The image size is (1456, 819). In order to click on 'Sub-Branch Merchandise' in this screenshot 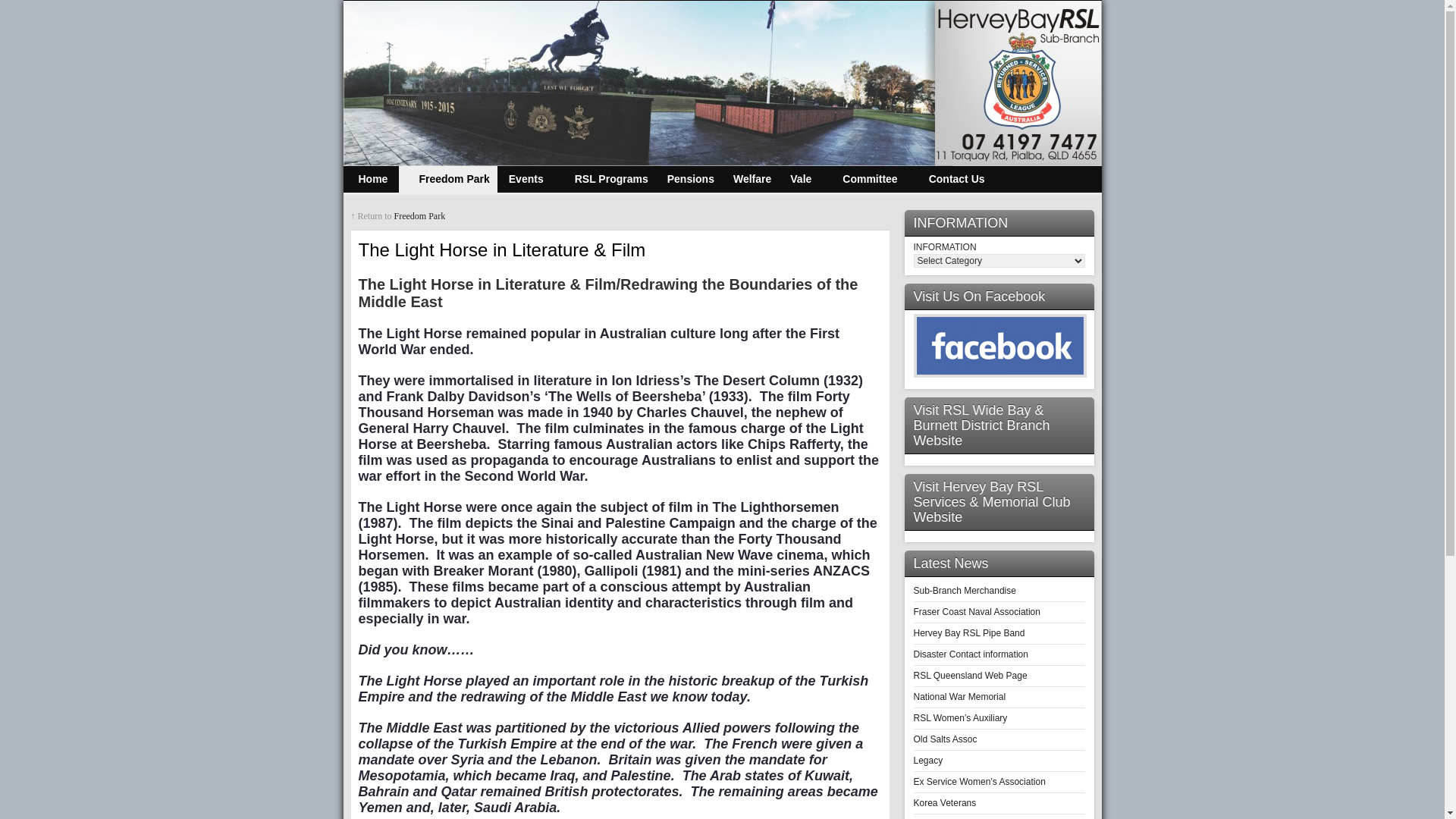, I will do `click(963, 590)`.